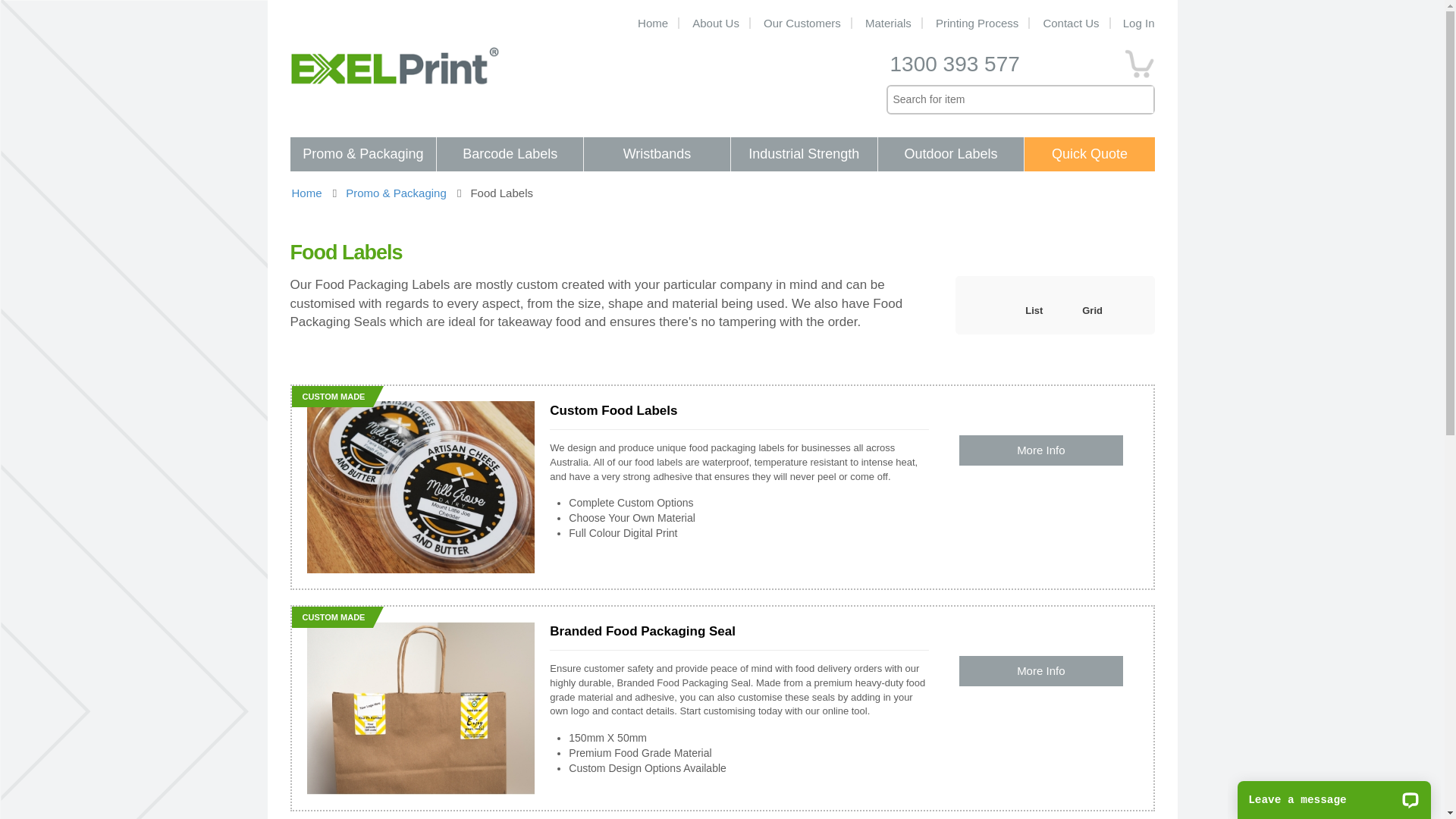 This screenshot has height=819, width=1456. What do you see at coordinates (716, 23) in the screenshot?
I see `'About Us'` at bounding box center [716, 23].